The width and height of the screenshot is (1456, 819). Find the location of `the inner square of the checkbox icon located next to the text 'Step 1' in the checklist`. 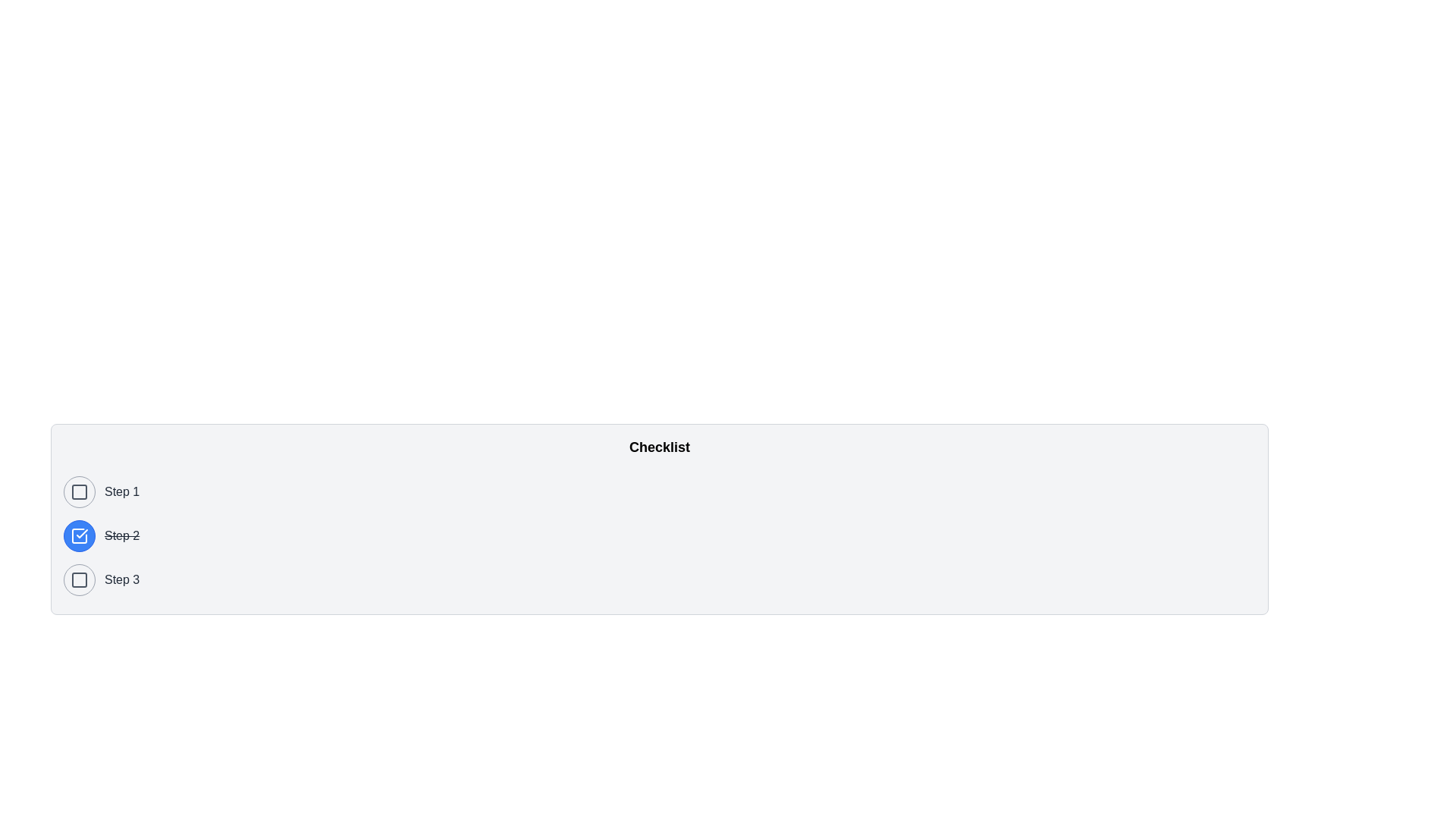

the inner square of the checkbox icon located next to the text 'Step 1' in the checklist is located at coordinates (79, 491).